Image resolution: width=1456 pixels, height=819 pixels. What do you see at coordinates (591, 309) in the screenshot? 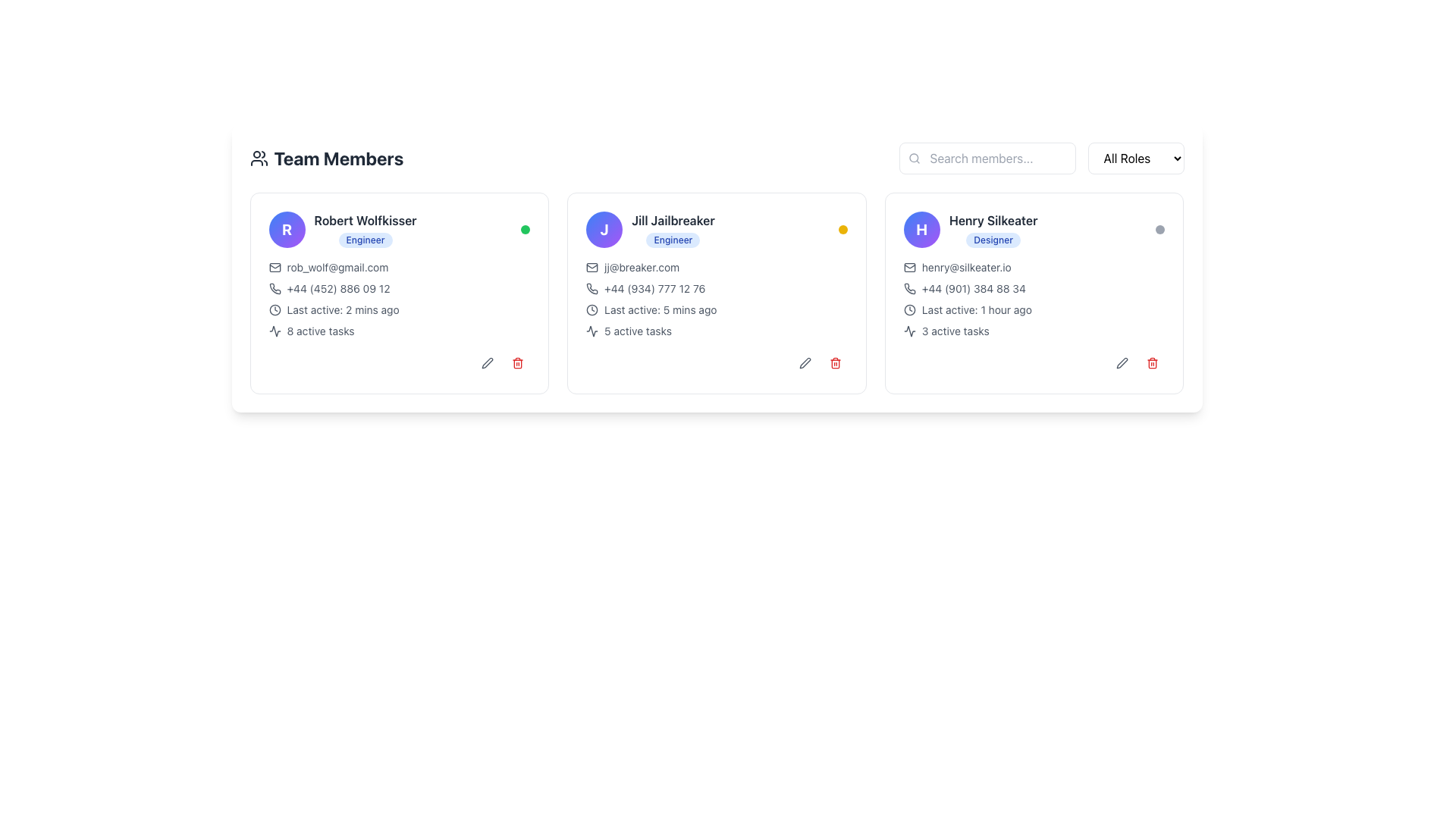
I see `the visual indicator icon next to the 'Last active: 5 mins ago' text in the 'Jill Jailbreaker' card` at bounding box center [591, 309].